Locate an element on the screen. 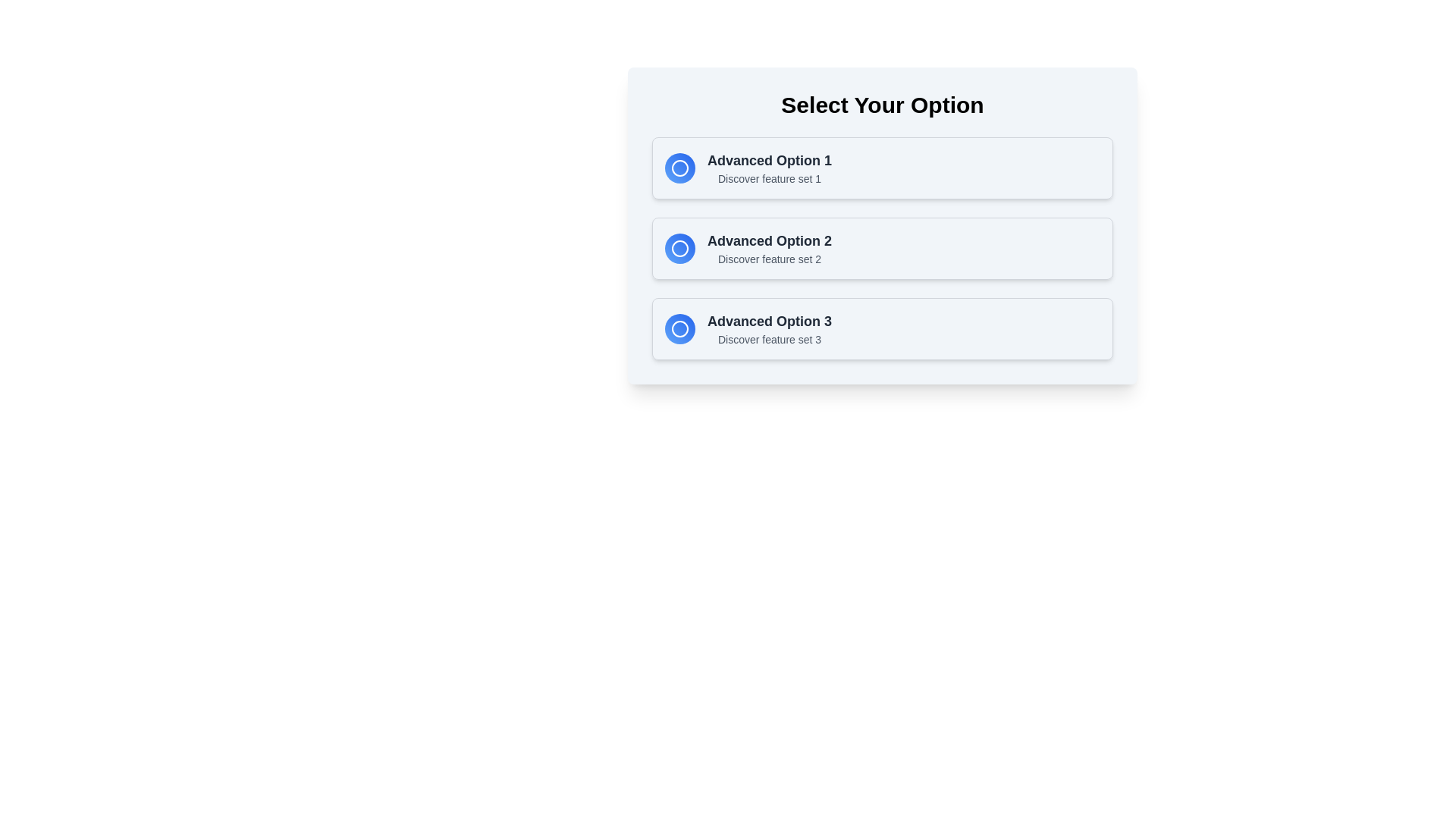 The width and height of the screenshot is (1456, 819). descriptive text block labeled 'Advanced Option 1' with subtitle 'Discover feature set 1', located in the first option card next to a circular icon is located at coordinates (770, 168).